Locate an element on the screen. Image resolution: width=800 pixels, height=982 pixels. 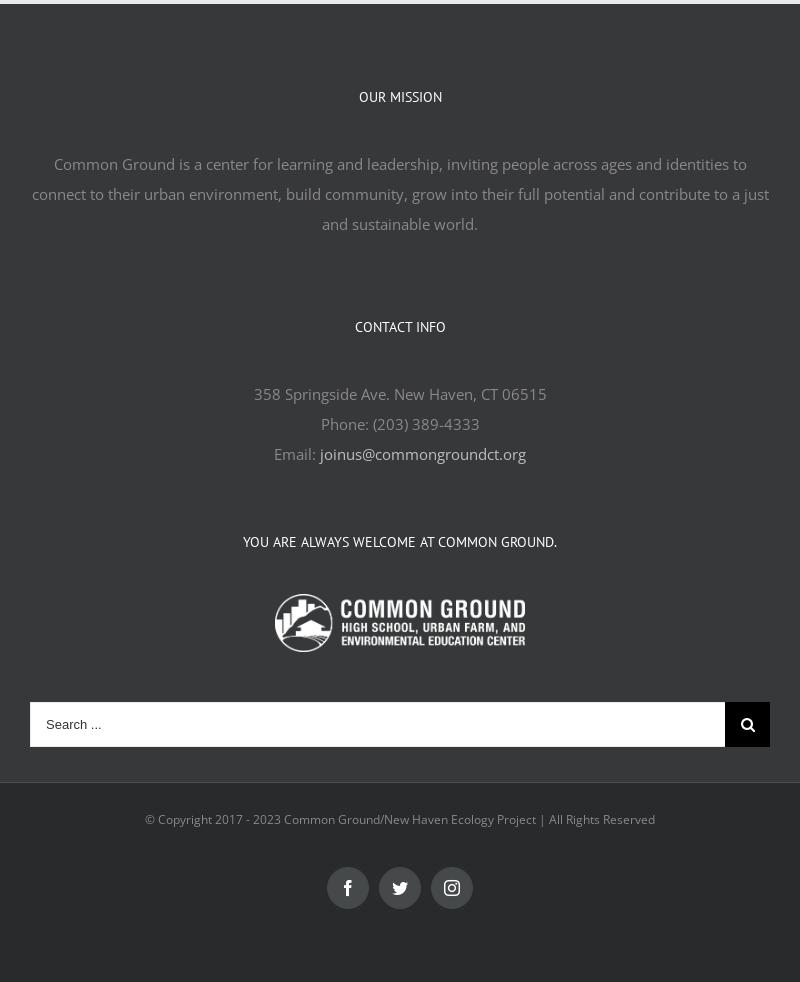
'joinus@commongroundct.org' is located at coordinates (423, 453).